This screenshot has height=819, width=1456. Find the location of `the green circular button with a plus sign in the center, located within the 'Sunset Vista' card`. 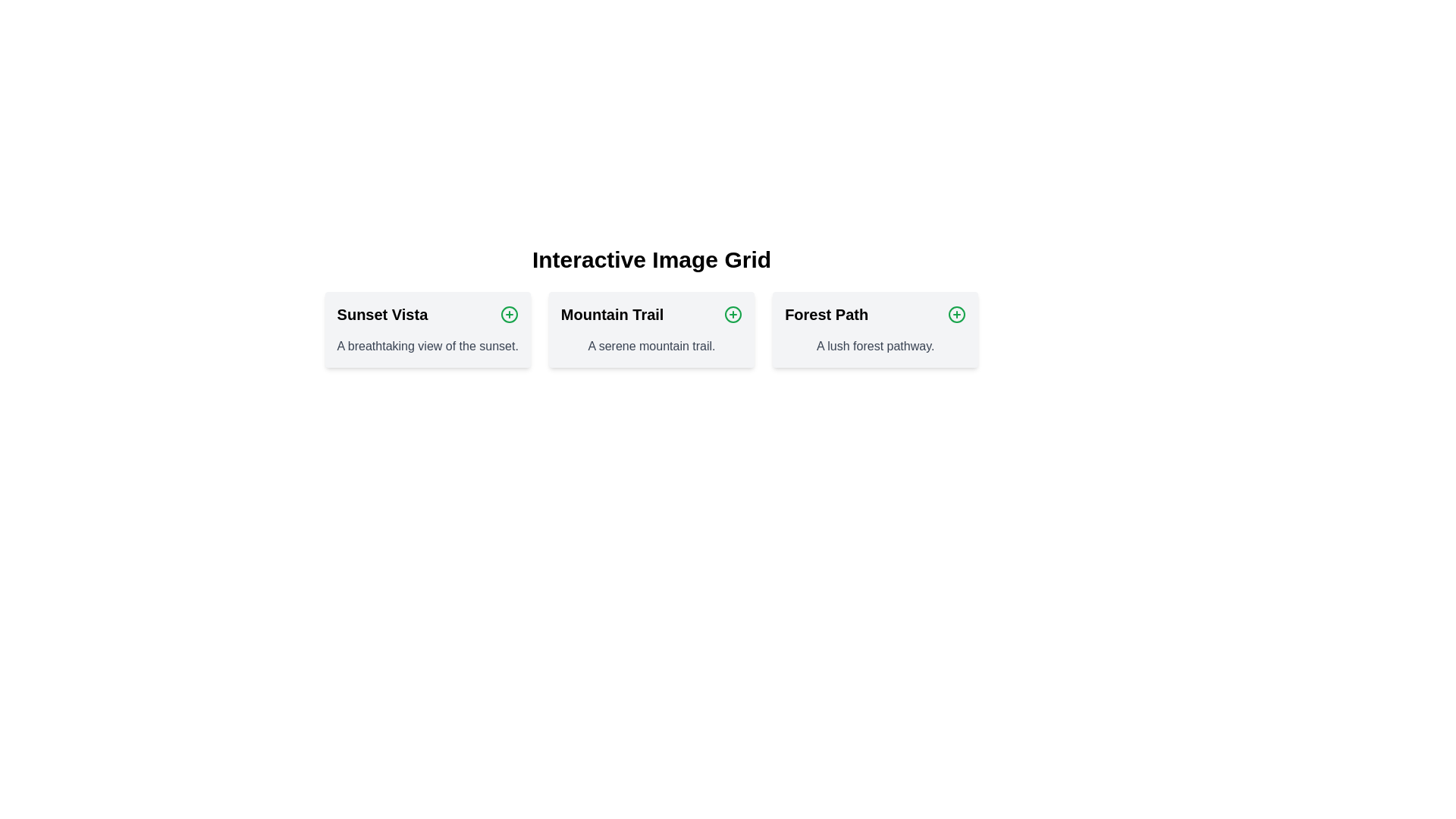

the green circular button with a plus sign in the center, located within the 'Sunset Vista' card is located at coordinates (509, 314).